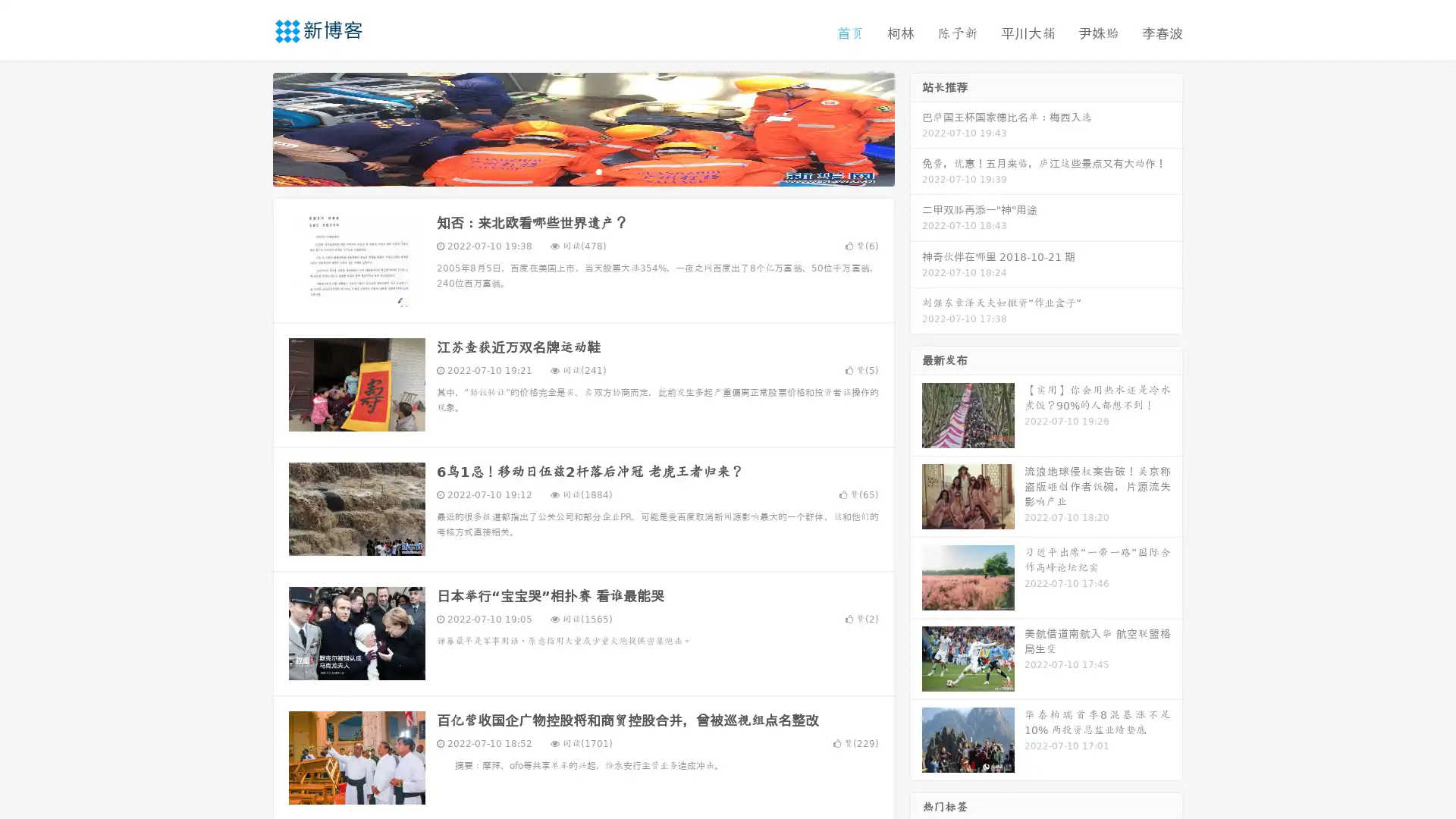 The height and width of the screenshot is (819, 1456). I want to click on Go to slide 2, so click(582, 171).